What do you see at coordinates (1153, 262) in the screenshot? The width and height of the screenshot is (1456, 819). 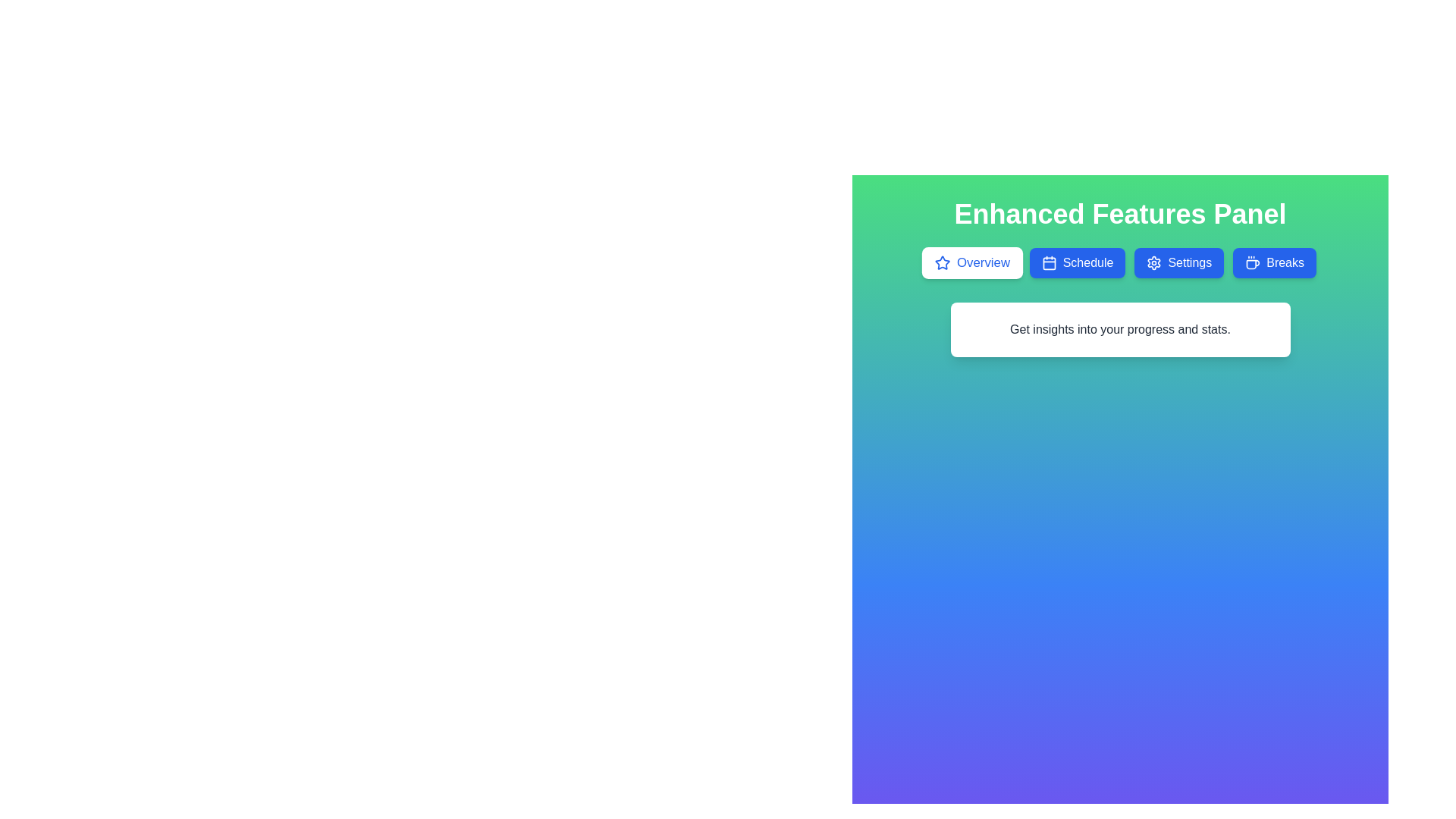 I see `the settings icon located within the 'Settings' button, which is part of a UI containing other buttons like 'Overview', 'Schedule', and 'Breaks'` at bounding box center [1153, 262].